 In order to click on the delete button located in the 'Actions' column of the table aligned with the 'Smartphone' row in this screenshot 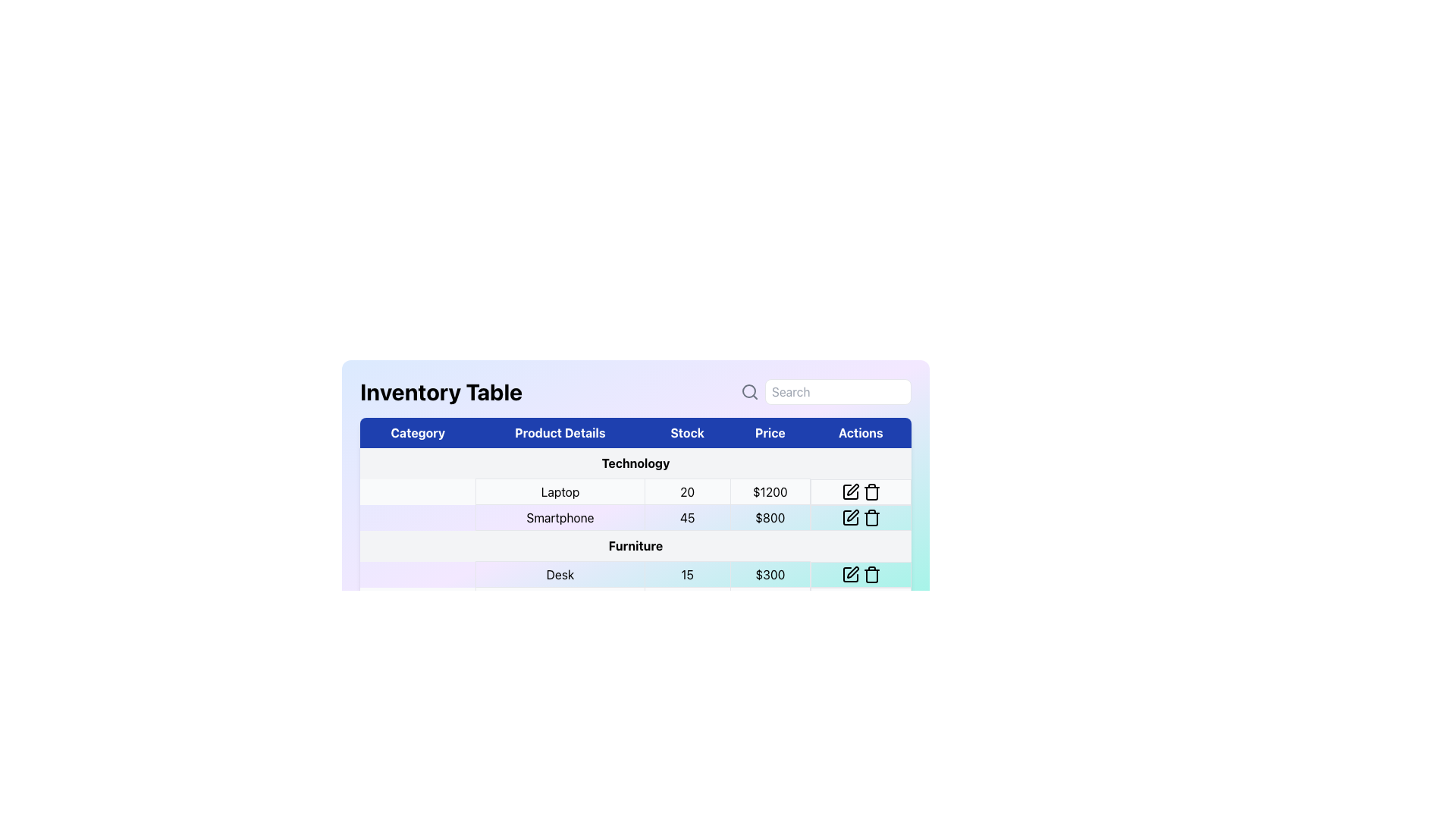, I will do `click(871, 516)`.